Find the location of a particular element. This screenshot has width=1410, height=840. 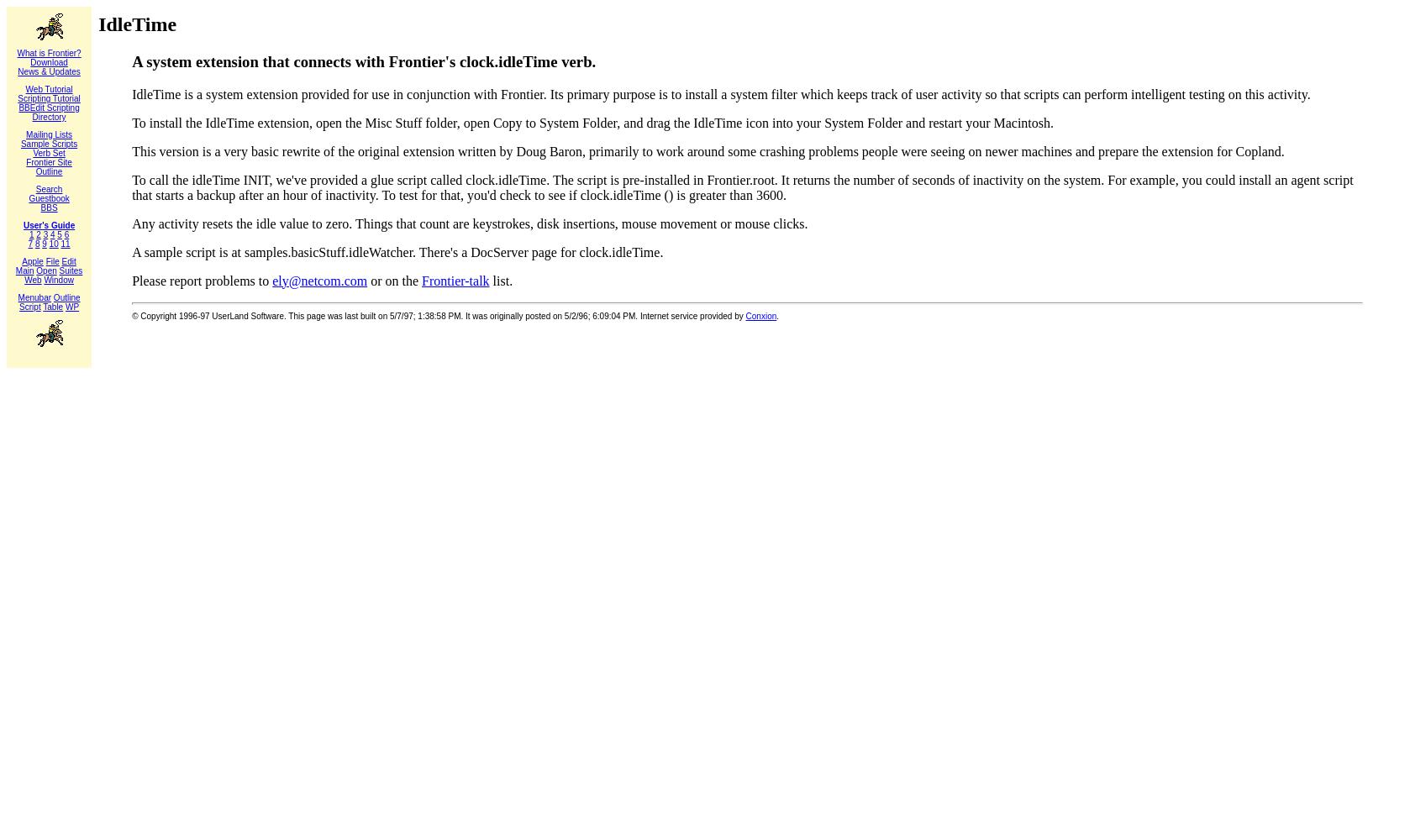

'3' is located at coordinates (45, 234).